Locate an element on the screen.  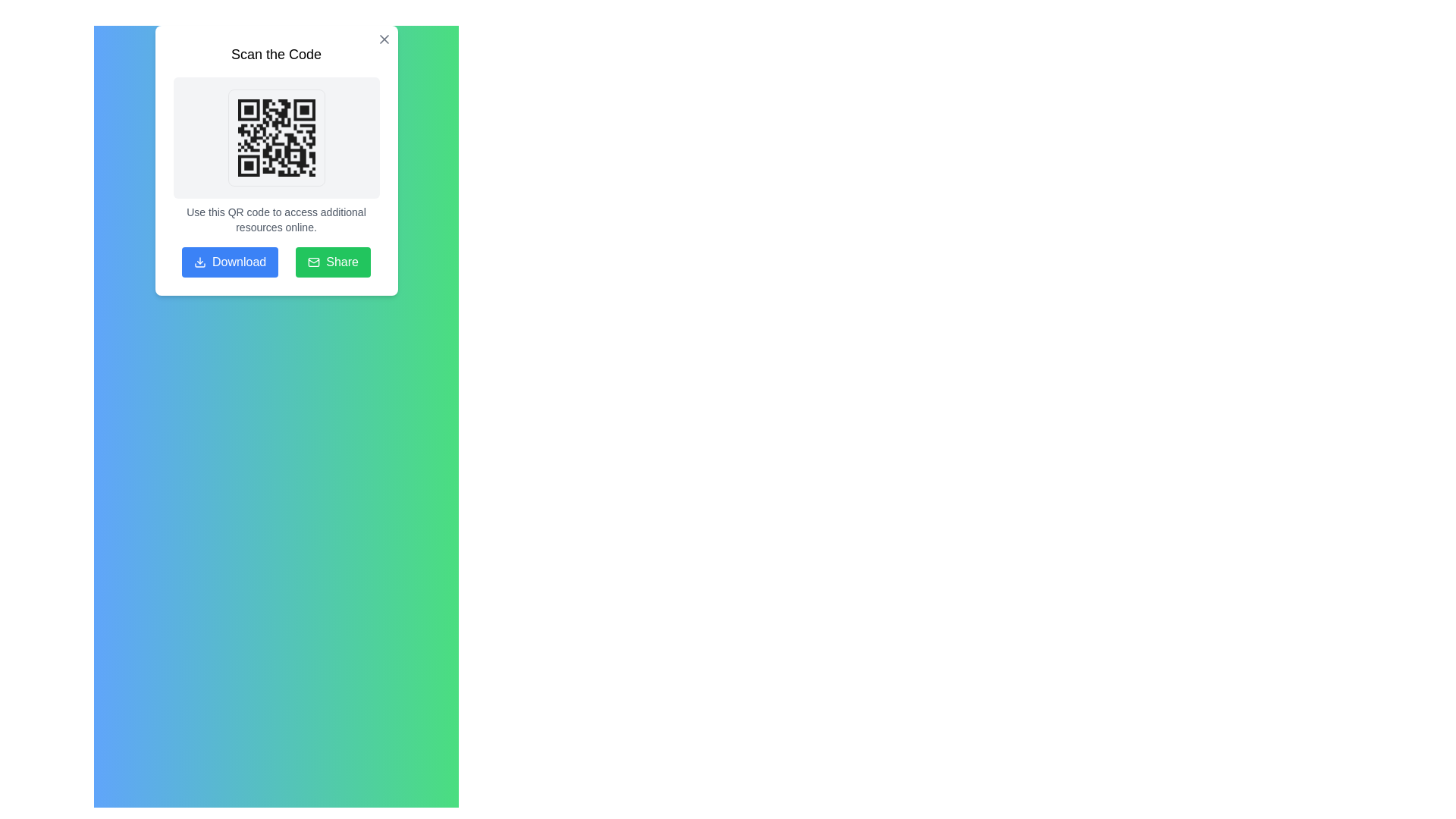
the close button located at the top-right corner of the QR code card labeled 'Scan the Code' to visualize hover effects is located at coordinates (384, 38).